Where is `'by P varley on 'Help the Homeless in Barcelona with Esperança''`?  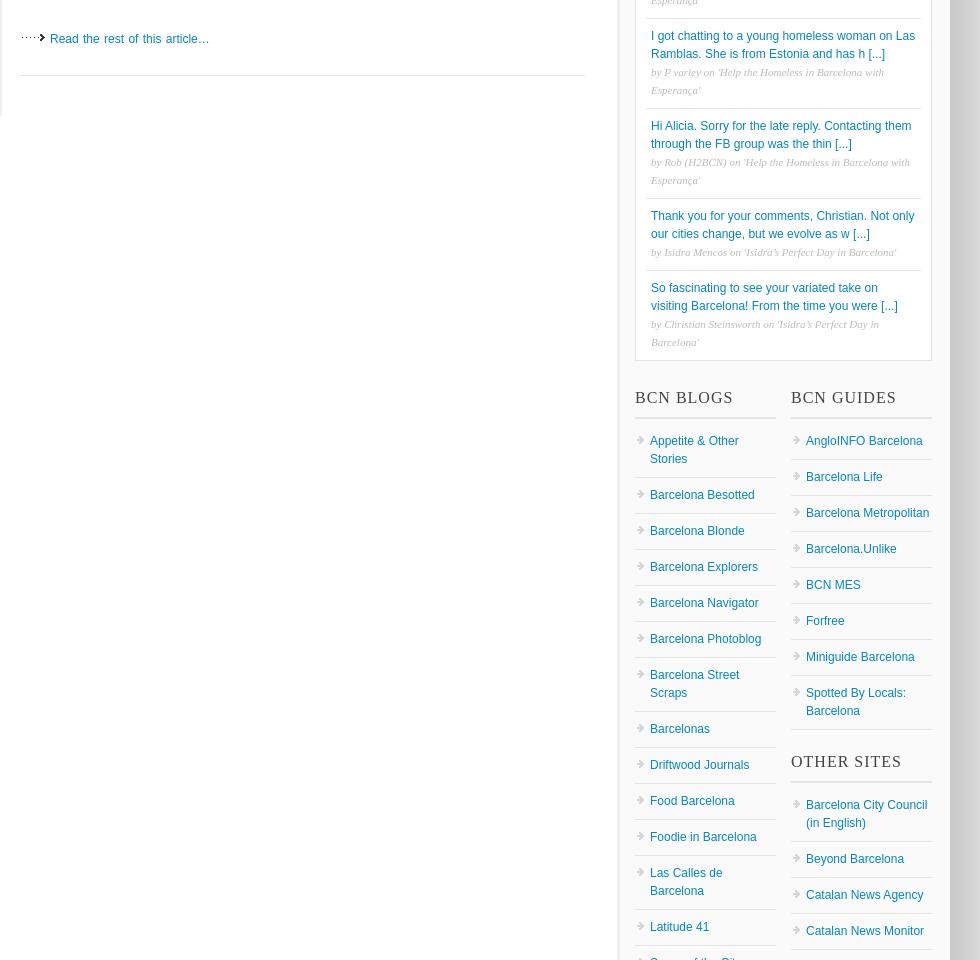 'by P varley on 'Help the Homeless in Barcelona with Esperança'' is located at coordinates (767, 79).